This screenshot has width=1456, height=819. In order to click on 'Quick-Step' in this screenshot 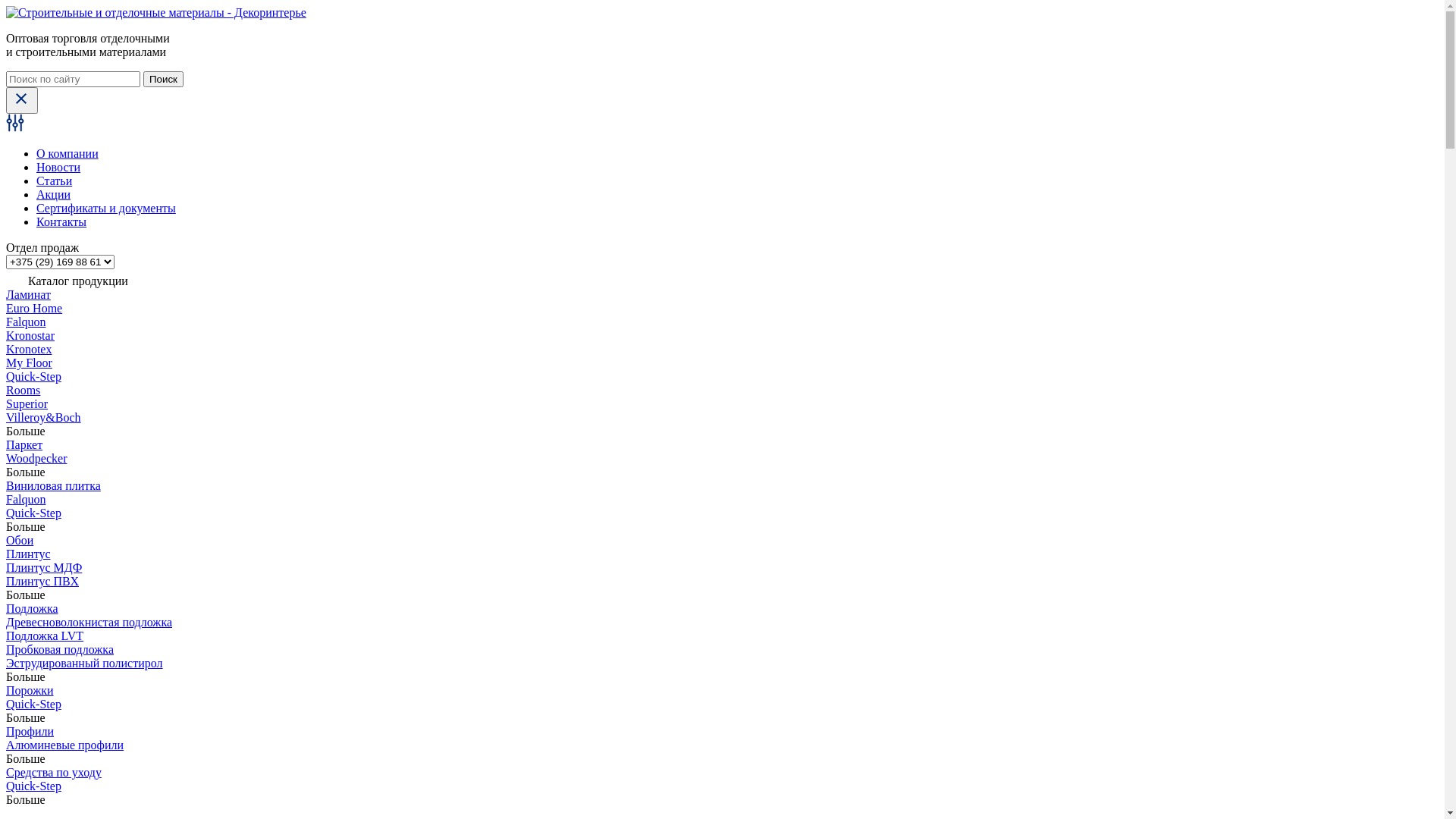, I will do `click(33, 375)`.